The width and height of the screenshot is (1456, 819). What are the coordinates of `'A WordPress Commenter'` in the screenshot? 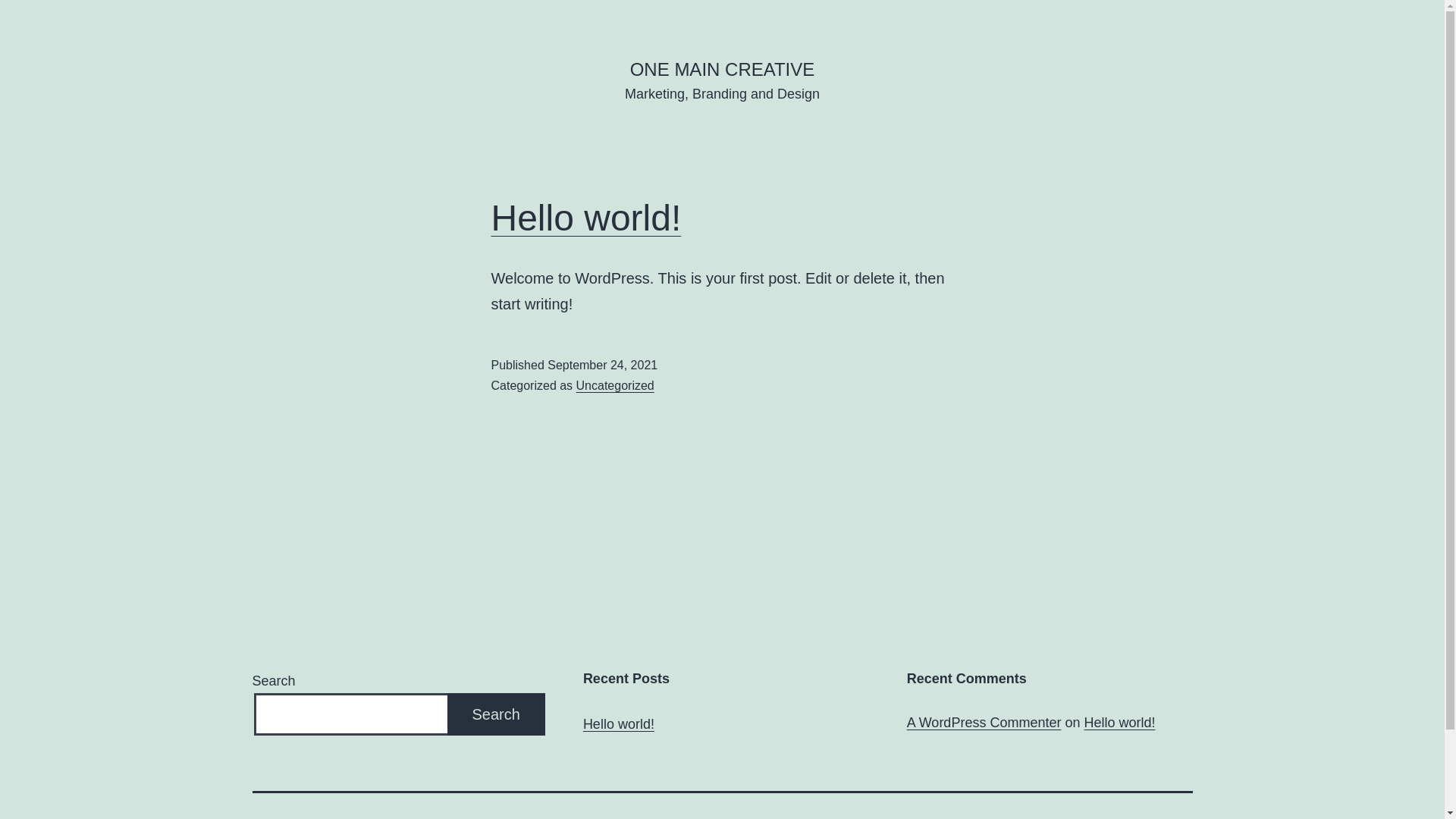 It's located at (984, 721).